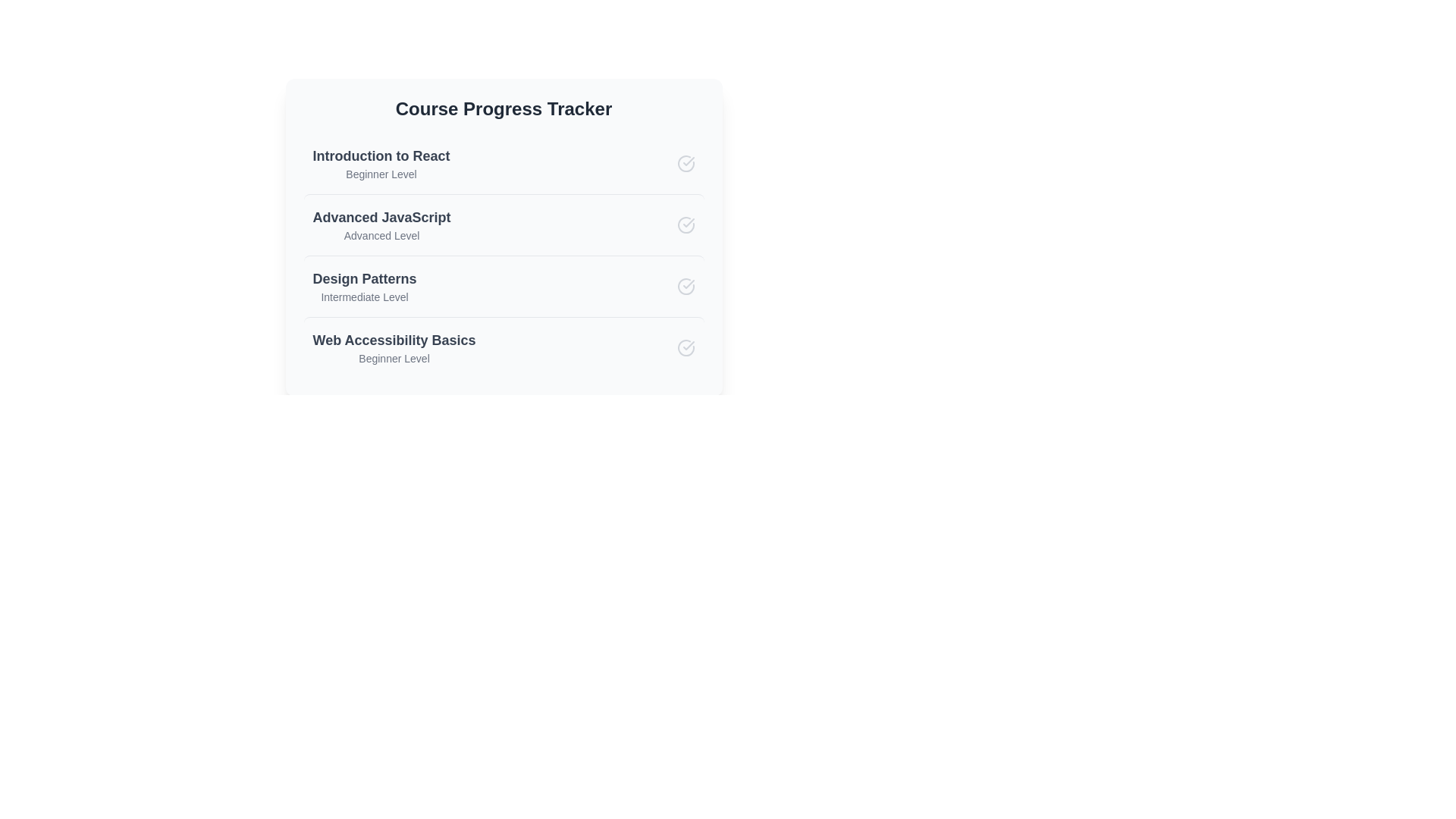  I want to click on text label that serves as a course title within the 'Course Progress Tracker' section, located at the bottom of the list item above the 'Beginner Level' text, so click(394, 339).